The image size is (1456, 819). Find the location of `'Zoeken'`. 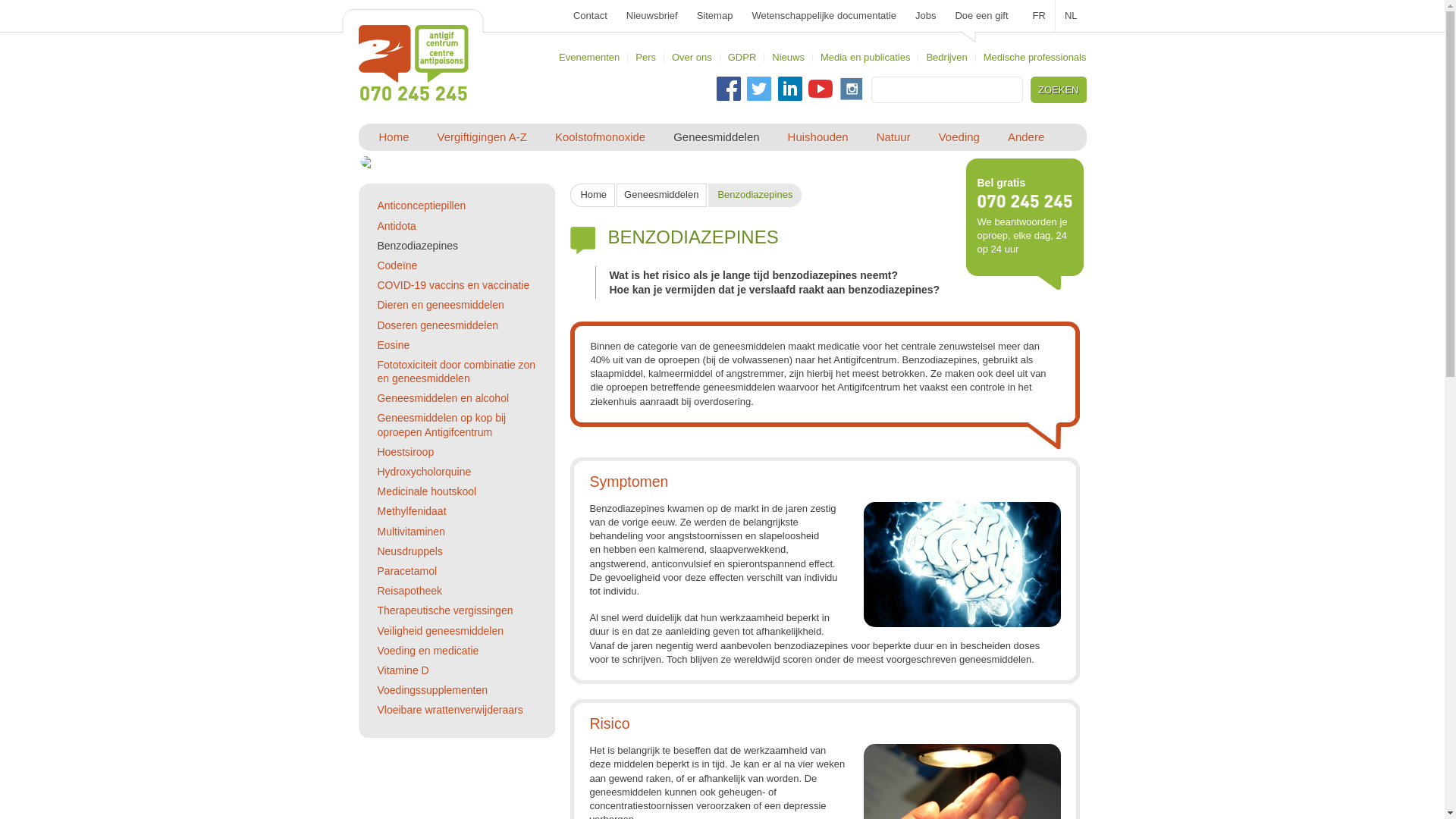

'Zoeken' is located at coordinates (1034, 89).